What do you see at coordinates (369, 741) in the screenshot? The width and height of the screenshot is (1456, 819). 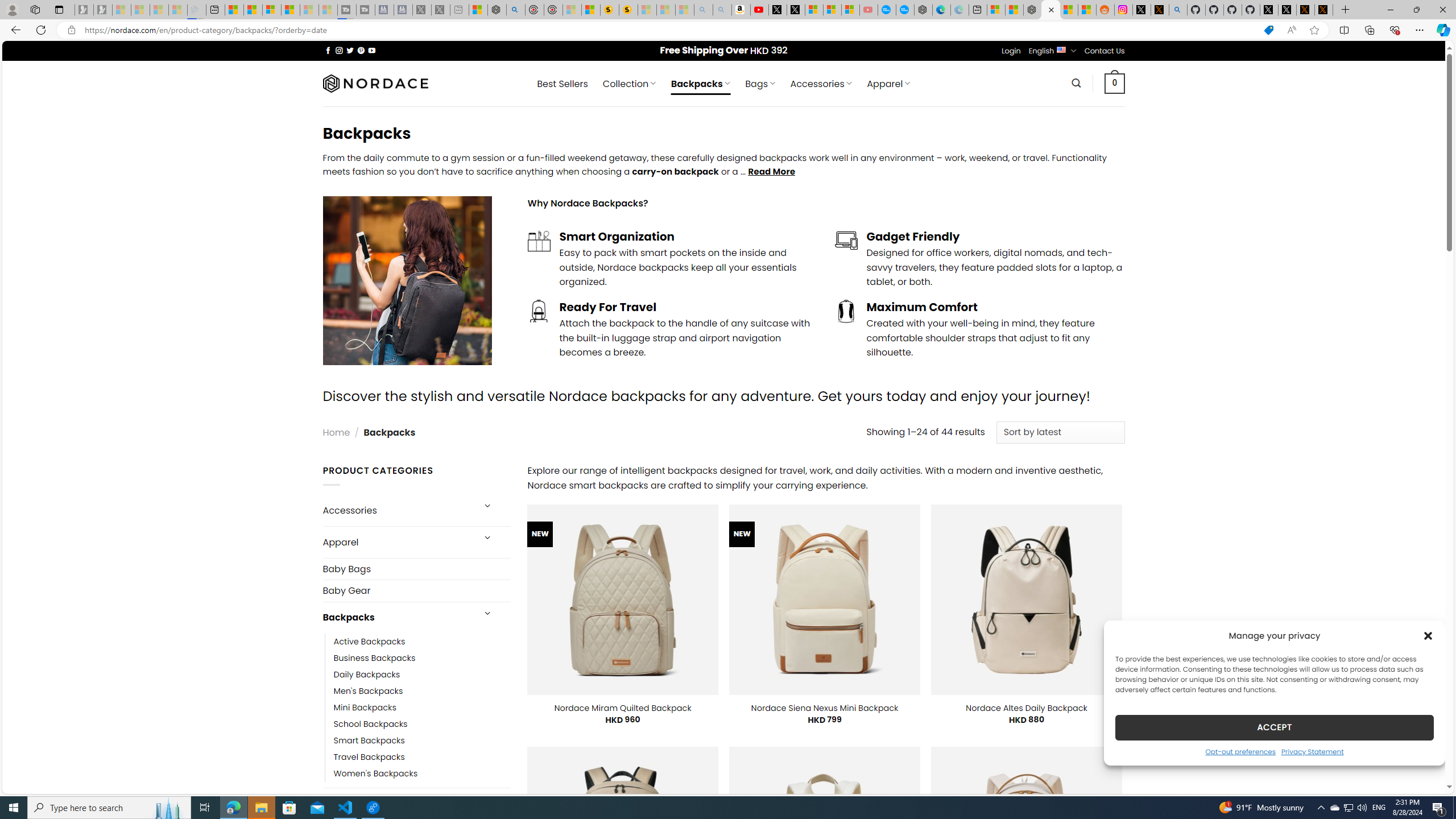 I see `'Smart Backpacks'` at bounding box center [369, 741].